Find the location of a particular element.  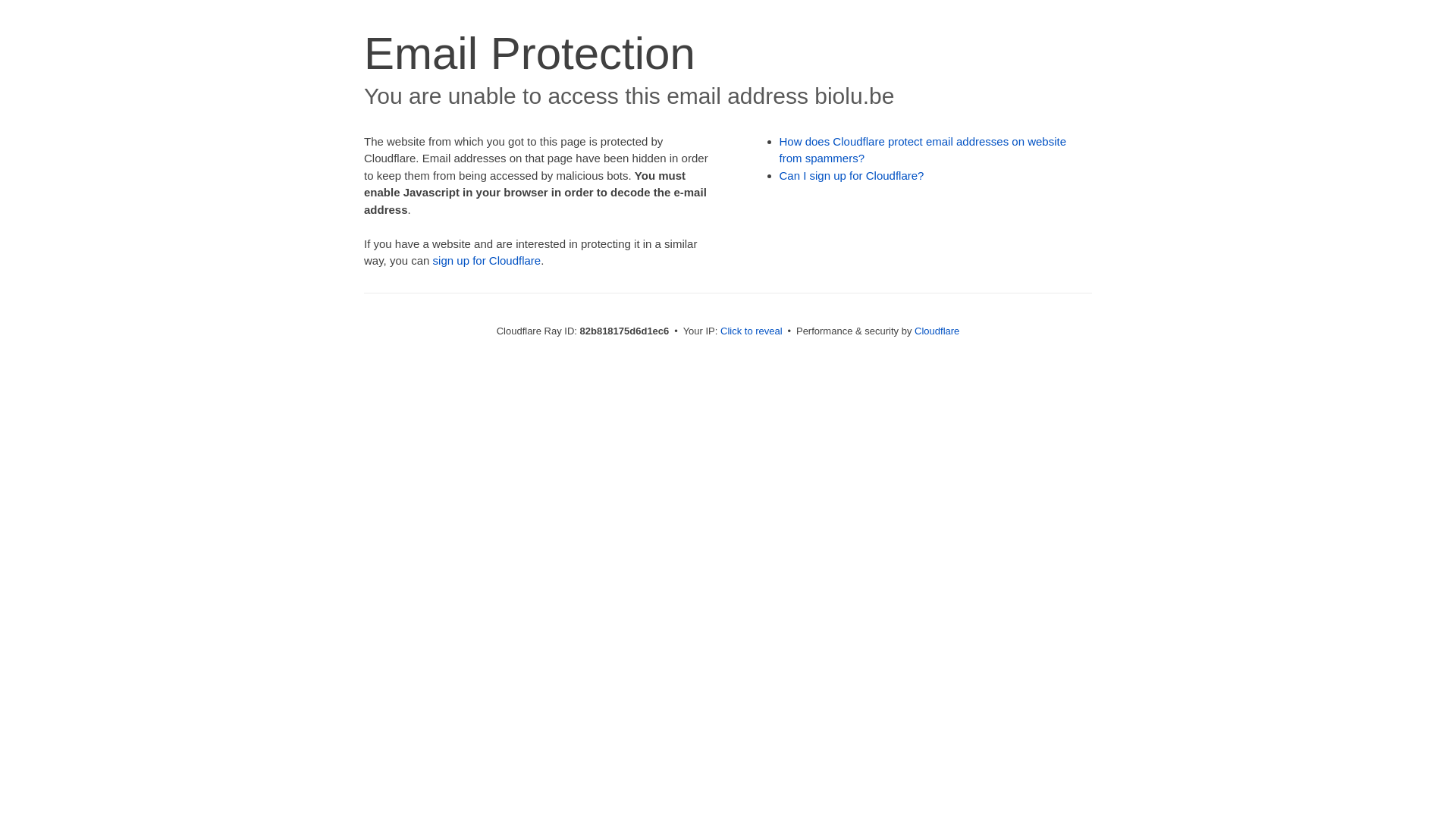

'sign up for Cloudflare' is located at coordinates (487, 259).